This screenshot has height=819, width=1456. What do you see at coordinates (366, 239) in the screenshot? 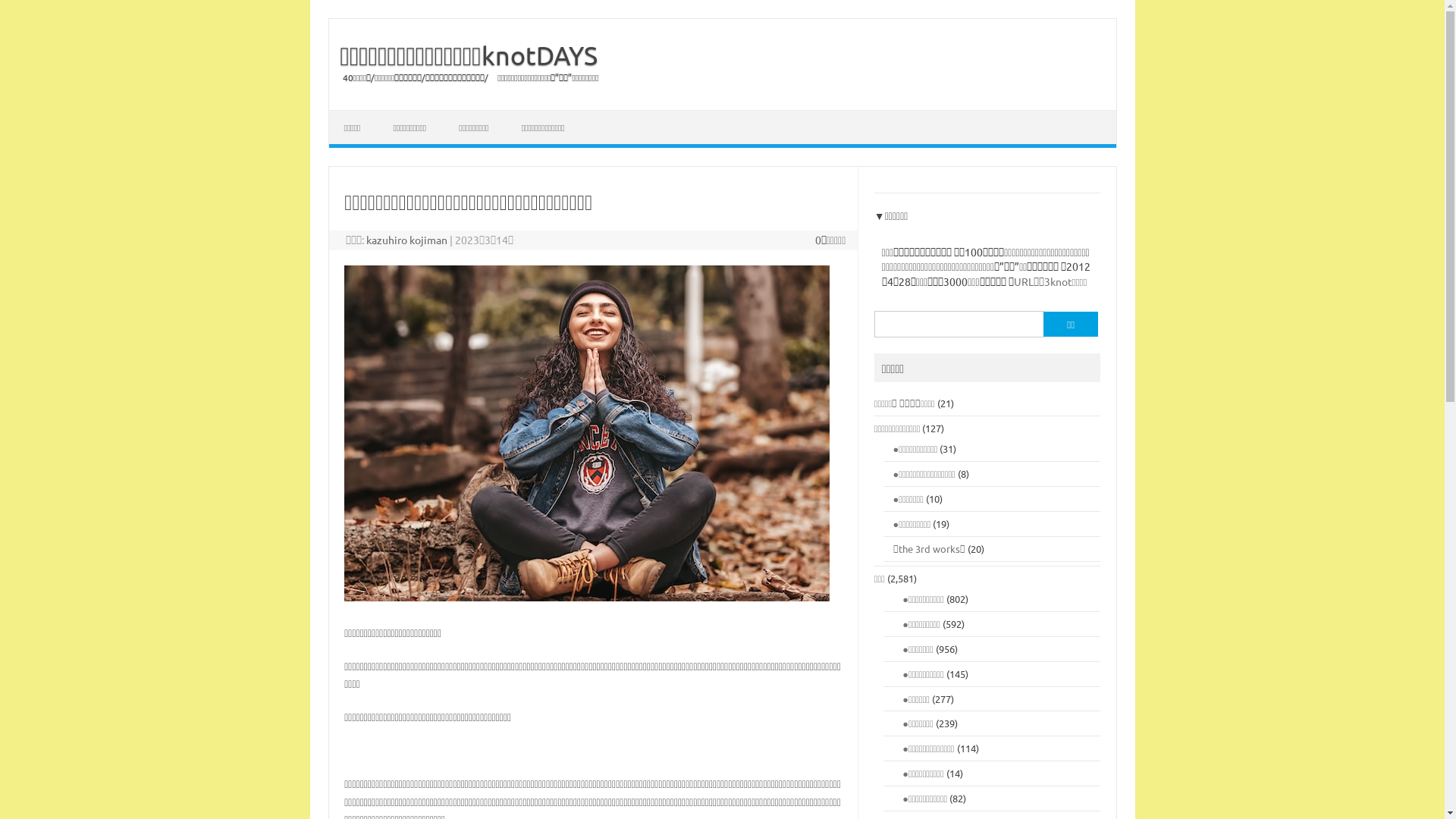
I see `'kazuhiro kojiman'` at bounding box center [366, 239].